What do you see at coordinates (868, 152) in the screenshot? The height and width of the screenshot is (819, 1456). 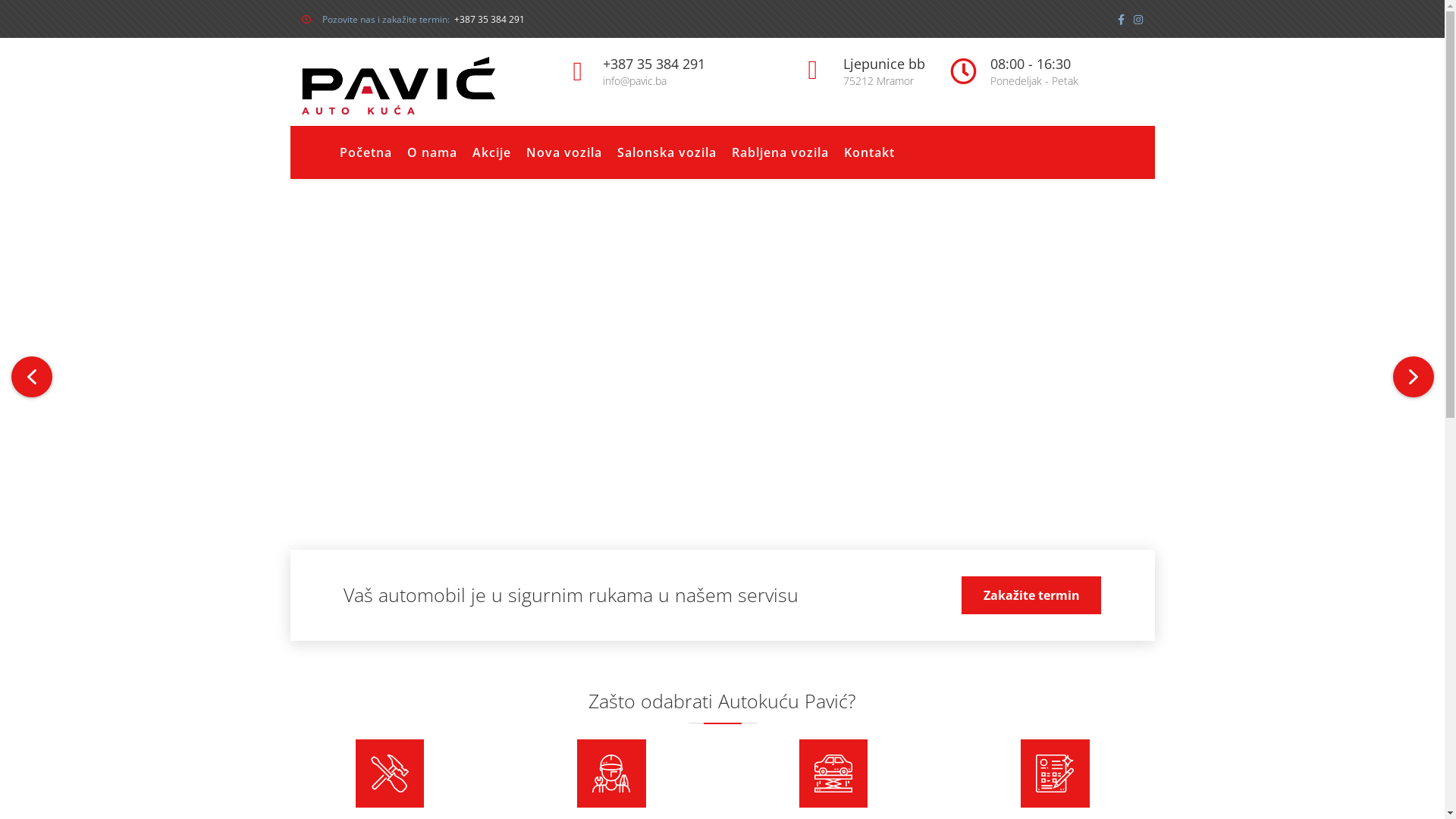 I see `'Kontakt'` at bounding box center [868, 152].